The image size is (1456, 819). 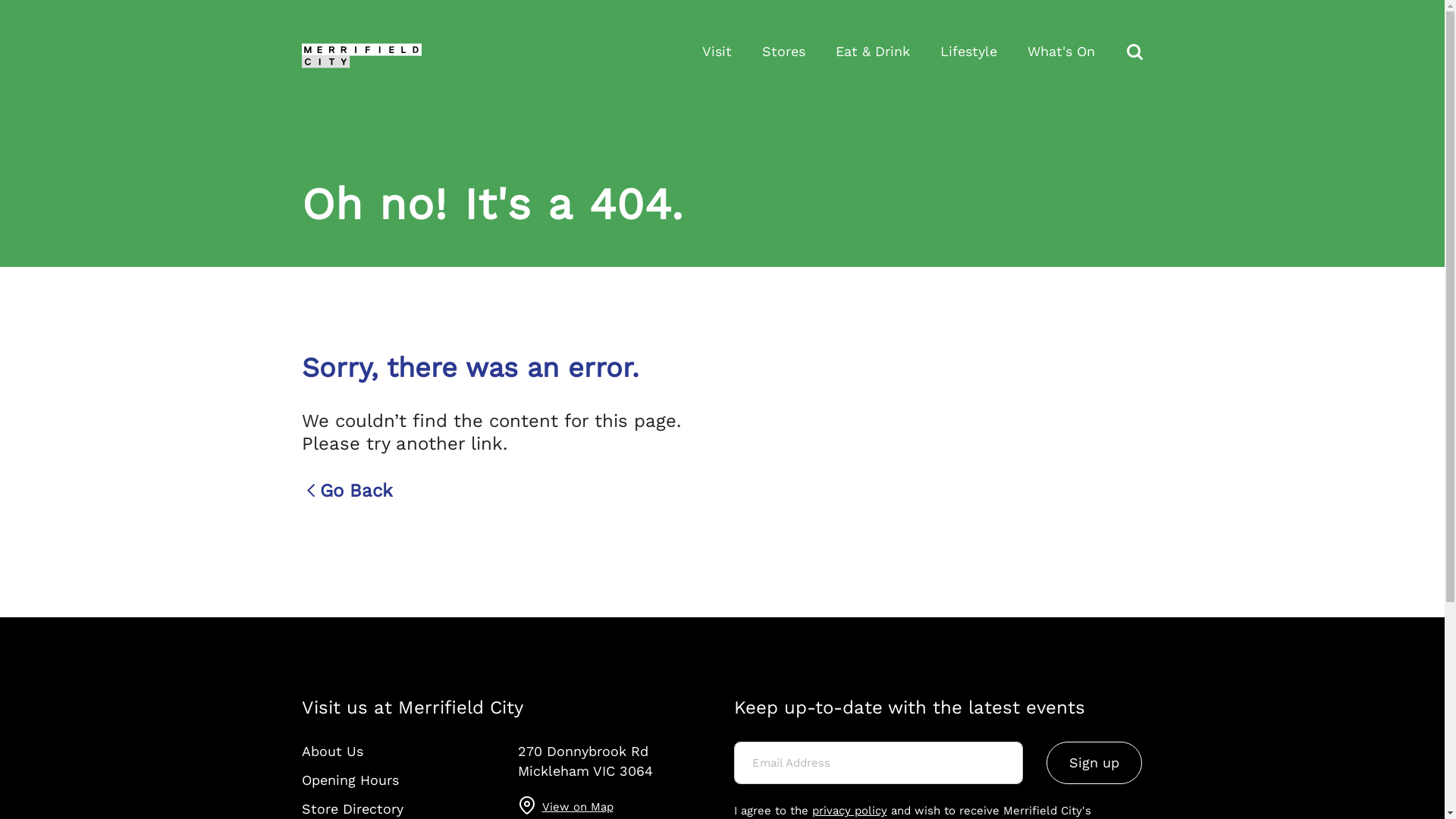 What do you see at coordinates (848, 809) in the screenshot?
I see `'privacy policy'` at bounding box center [848, 809].